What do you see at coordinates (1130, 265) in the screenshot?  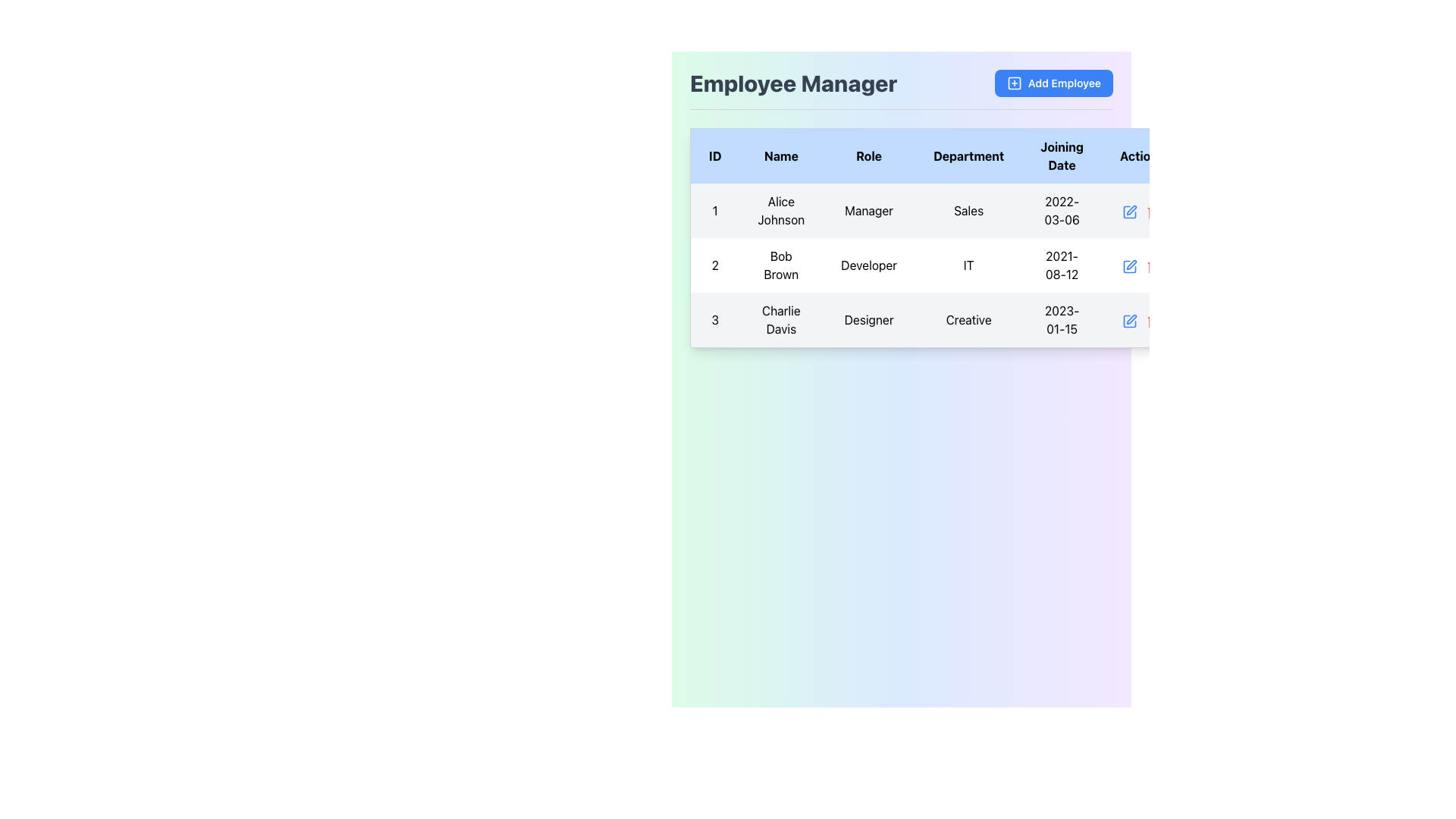 I see `the small blue pen icon in the 'Actions' column next to the 'Developer' row` at bounding box center [1130, 265].